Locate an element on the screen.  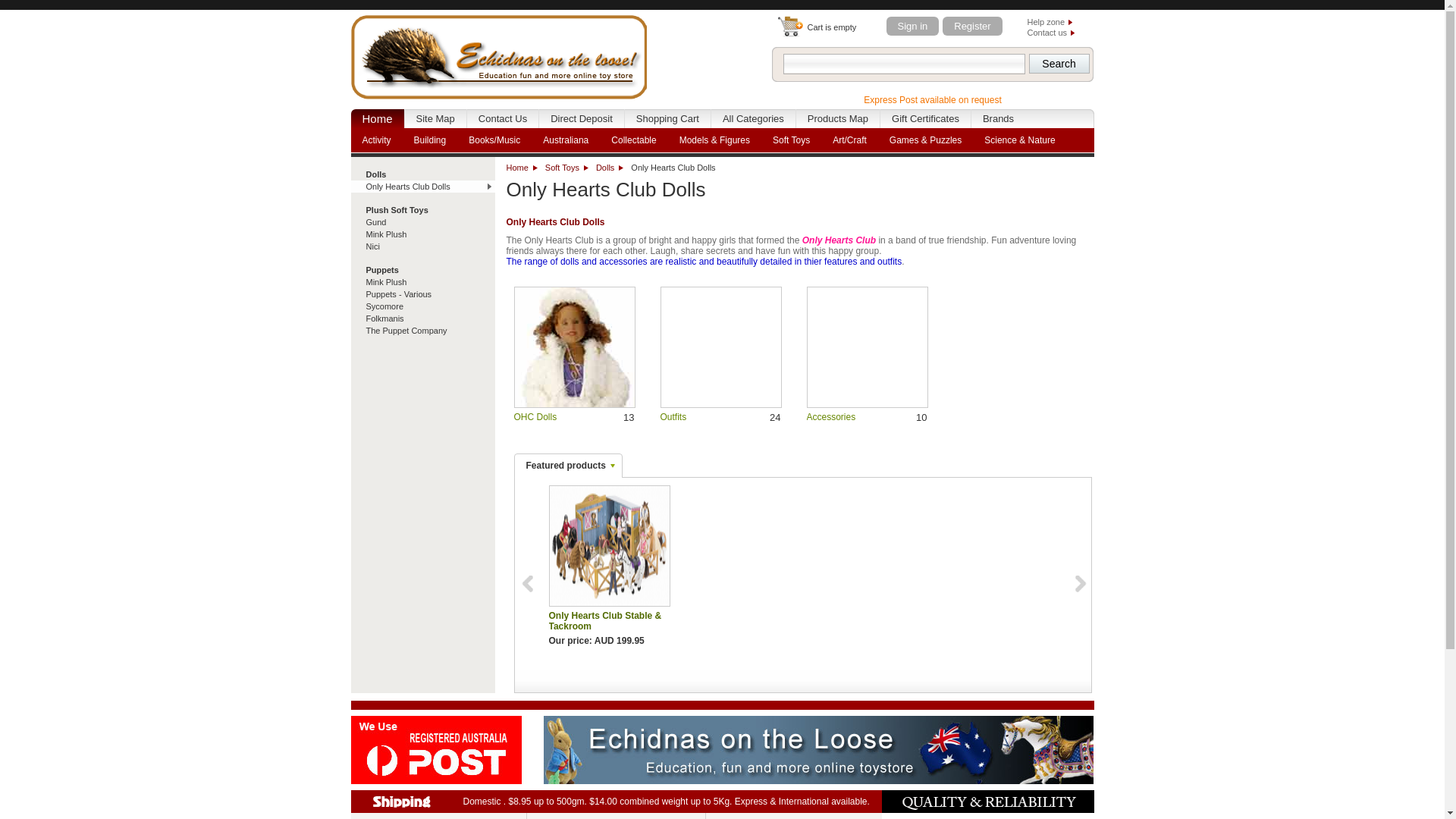
'Sycomore' is located at coordinates (349, 306).